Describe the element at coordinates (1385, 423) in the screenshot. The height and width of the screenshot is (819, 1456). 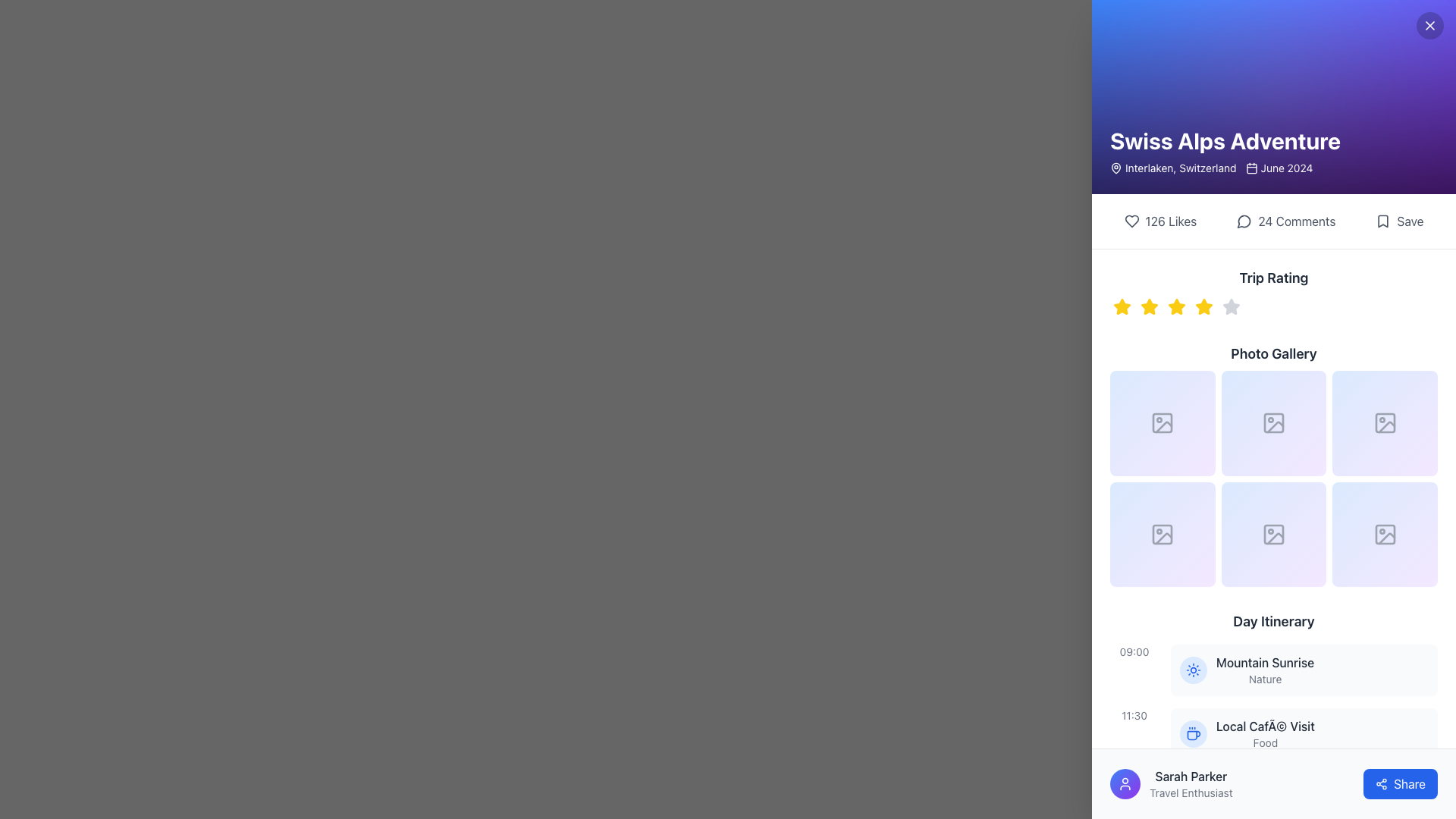
I see `the square image placeholder with a gradient background and a centered image icon in the top-right position of the 'Photo Gallery' section` at that location.